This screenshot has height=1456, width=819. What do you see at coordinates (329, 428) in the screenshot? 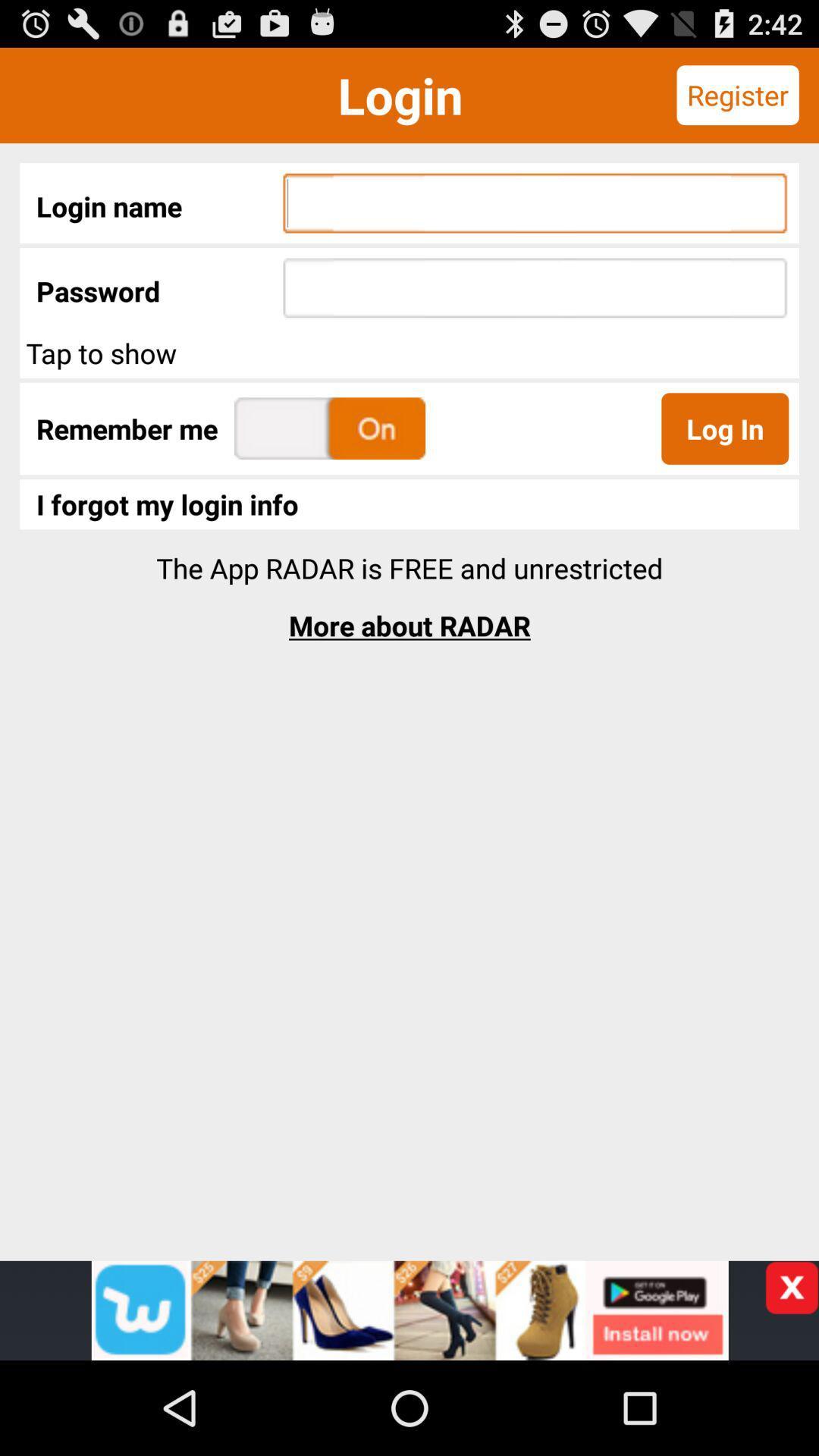
I see `on option next to remember me` at bounding box center [329, 428].